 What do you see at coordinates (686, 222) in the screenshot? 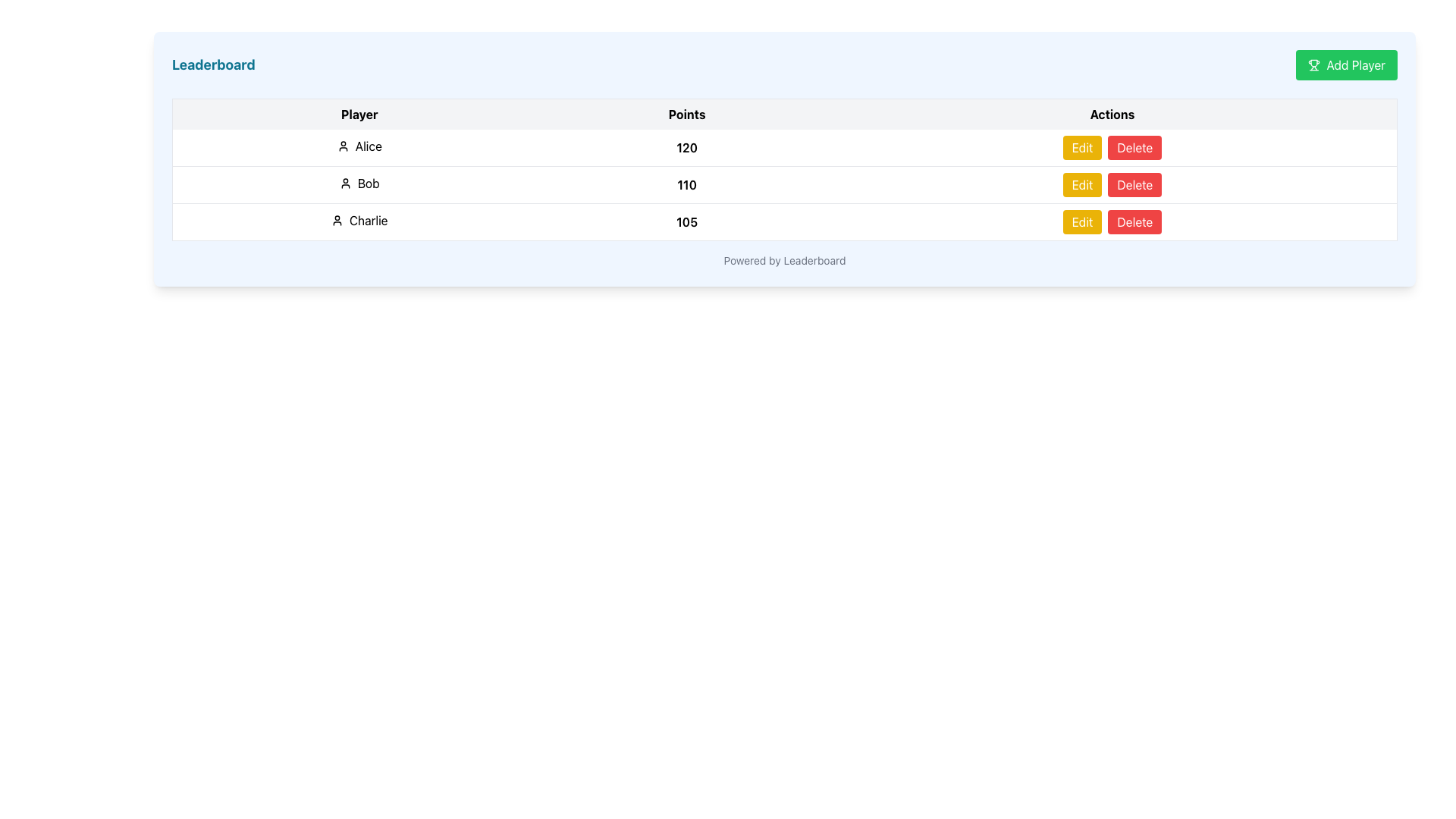
I see `the Points text label for player 'Charlie' in the leaderboard, located in the third row of the table` at bounding box center [686, 222].